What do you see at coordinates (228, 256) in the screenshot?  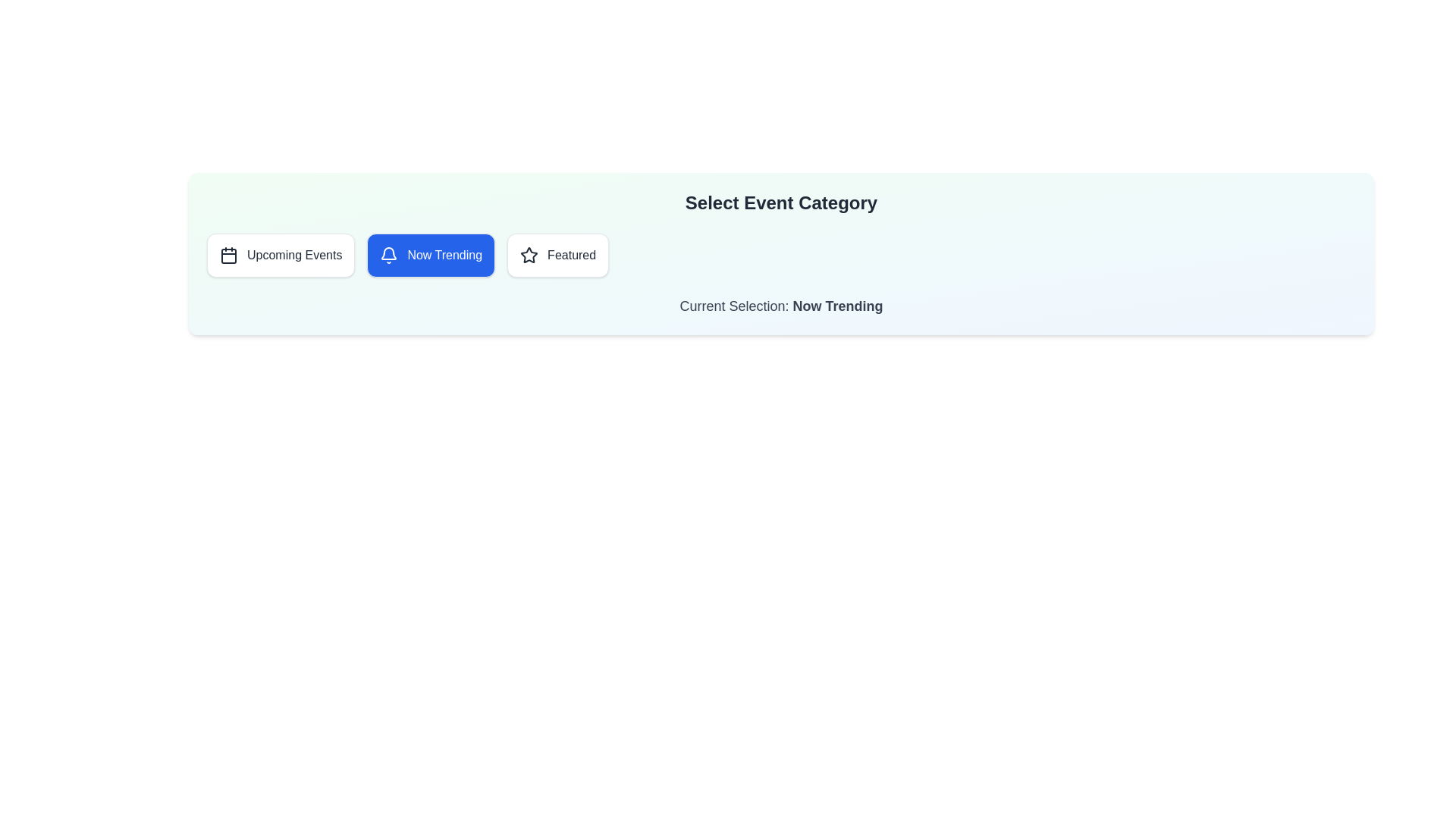 I see `the SVG rectangle that is part of the calendar icon, which is centered within the calendar icon in a selection bar at the top of the interface` at bounding box center [228, 256].